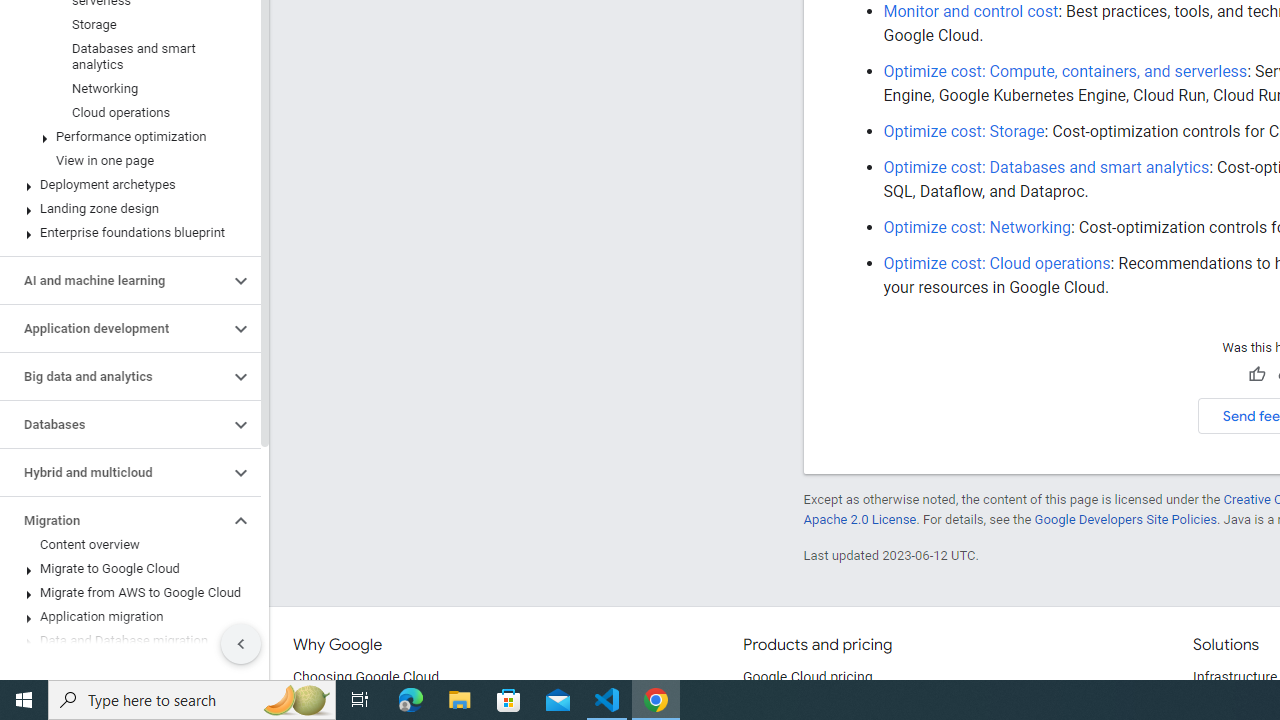  I want to click on 'Hybrid and multicloud', so click(113, 473).